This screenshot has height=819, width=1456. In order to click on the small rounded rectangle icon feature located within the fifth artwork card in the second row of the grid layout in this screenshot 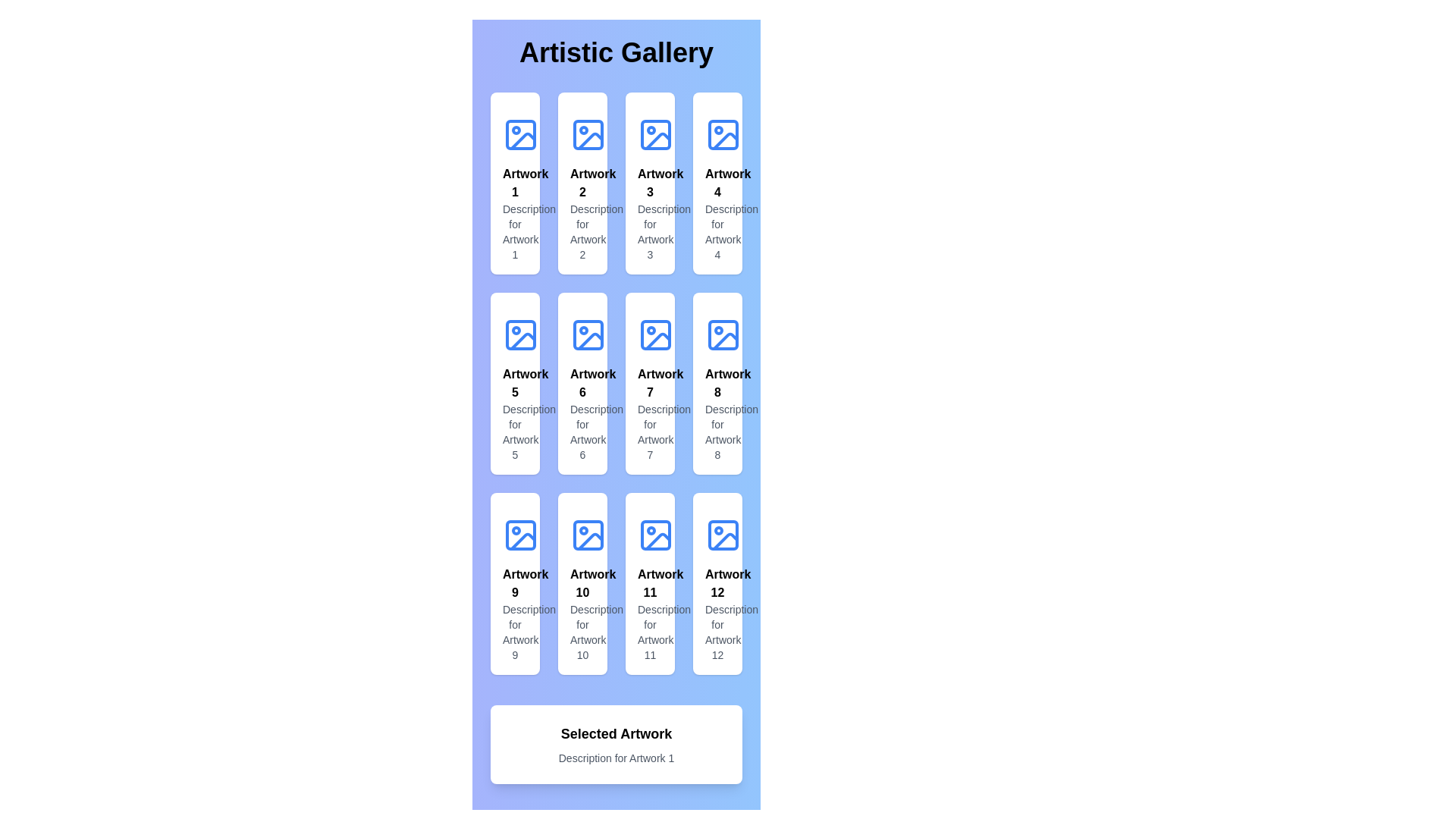, I will do `click(520, 334)`.